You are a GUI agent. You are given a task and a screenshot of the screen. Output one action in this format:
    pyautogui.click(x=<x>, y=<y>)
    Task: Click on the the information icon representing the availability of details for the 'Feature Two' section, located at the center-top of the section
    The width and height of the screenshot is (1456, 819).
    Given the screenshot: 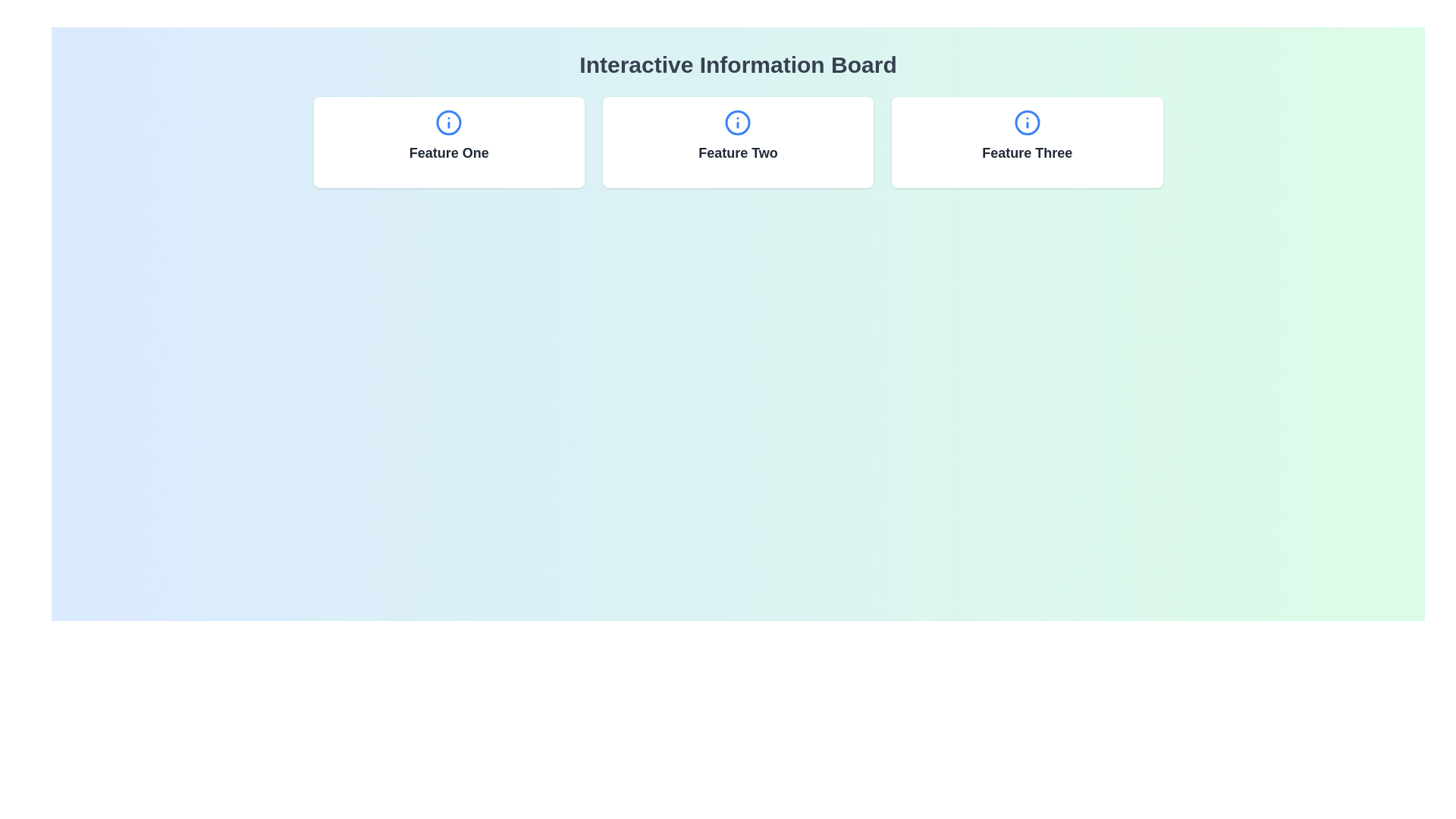 What is the action you would take?
    pyautogui.click(x=738, y=122)
    